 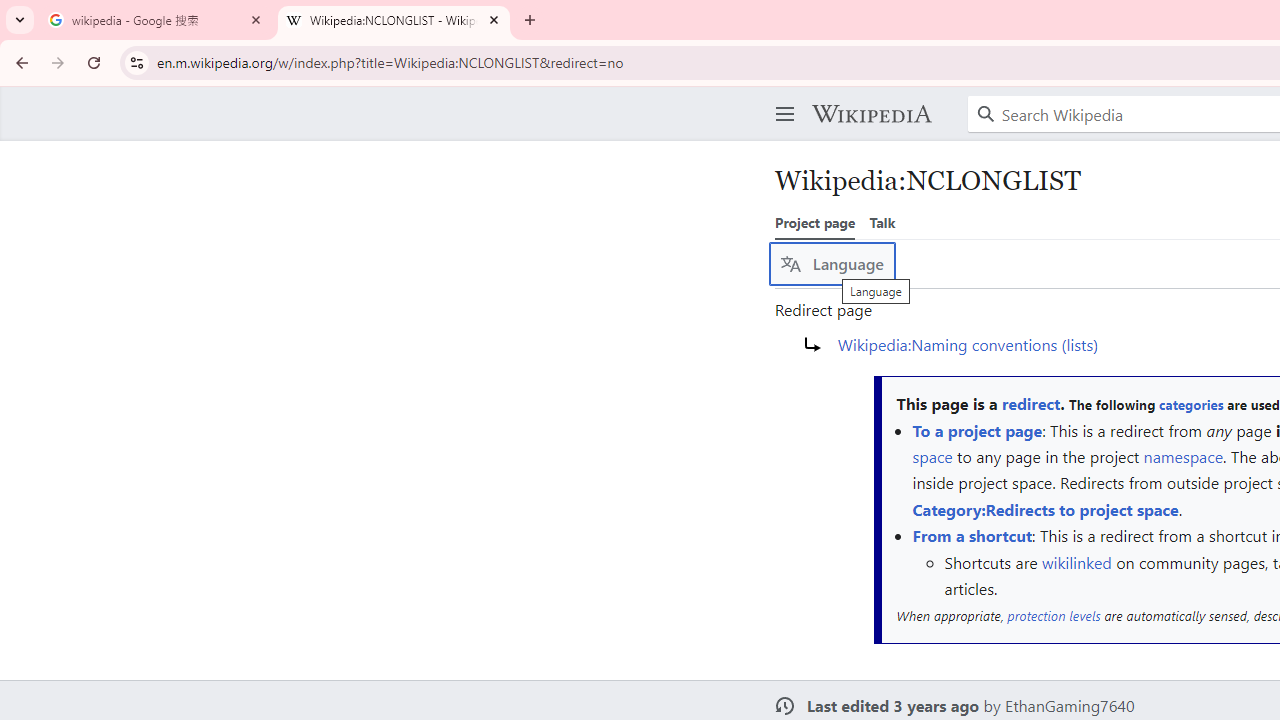 I want to click on 'Category:Redirects to project space', so click(x=1044, y=508).